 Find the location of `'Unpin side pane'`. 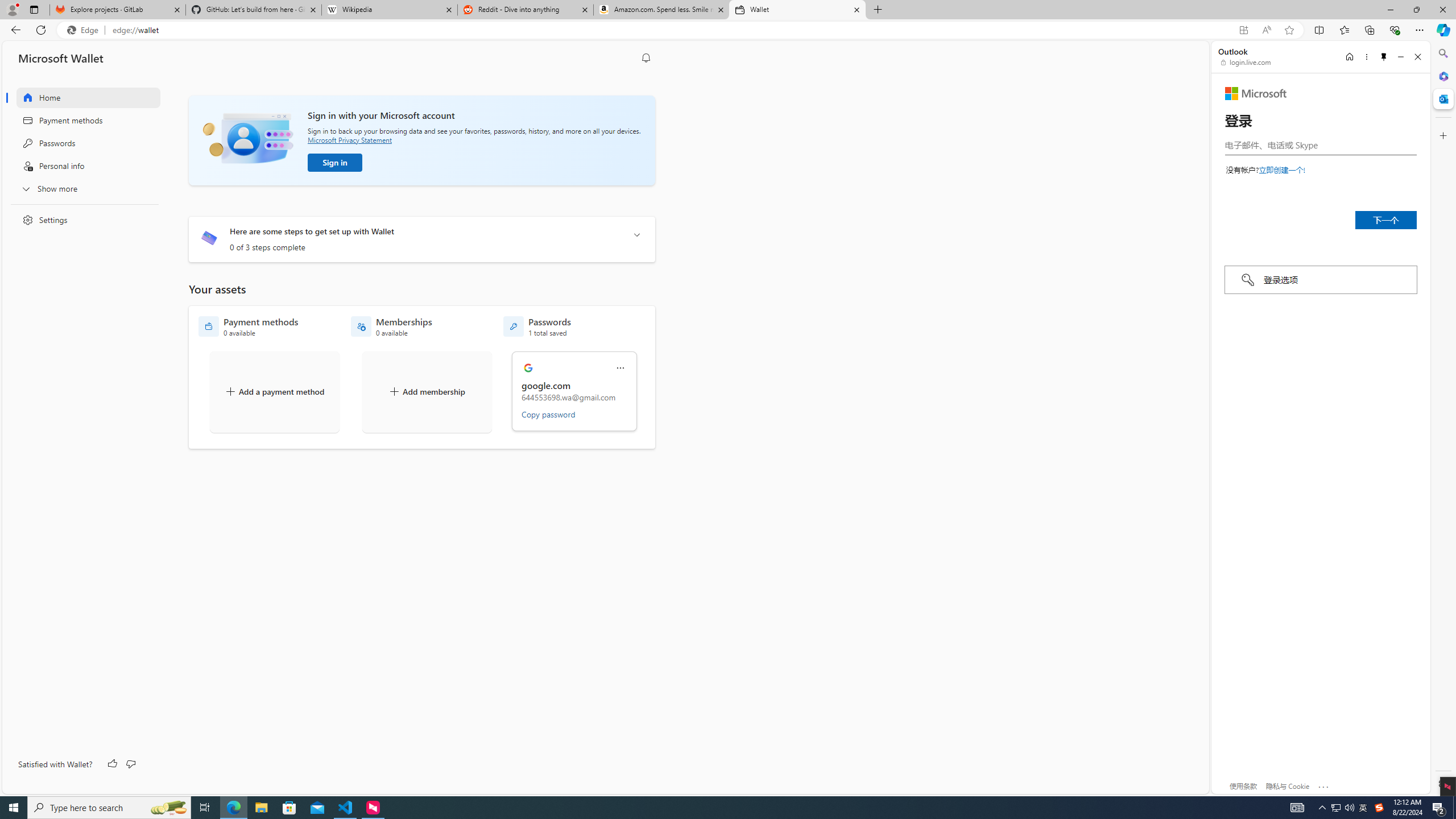

'Unpin side pane' is located at coordinates (1384, 56).